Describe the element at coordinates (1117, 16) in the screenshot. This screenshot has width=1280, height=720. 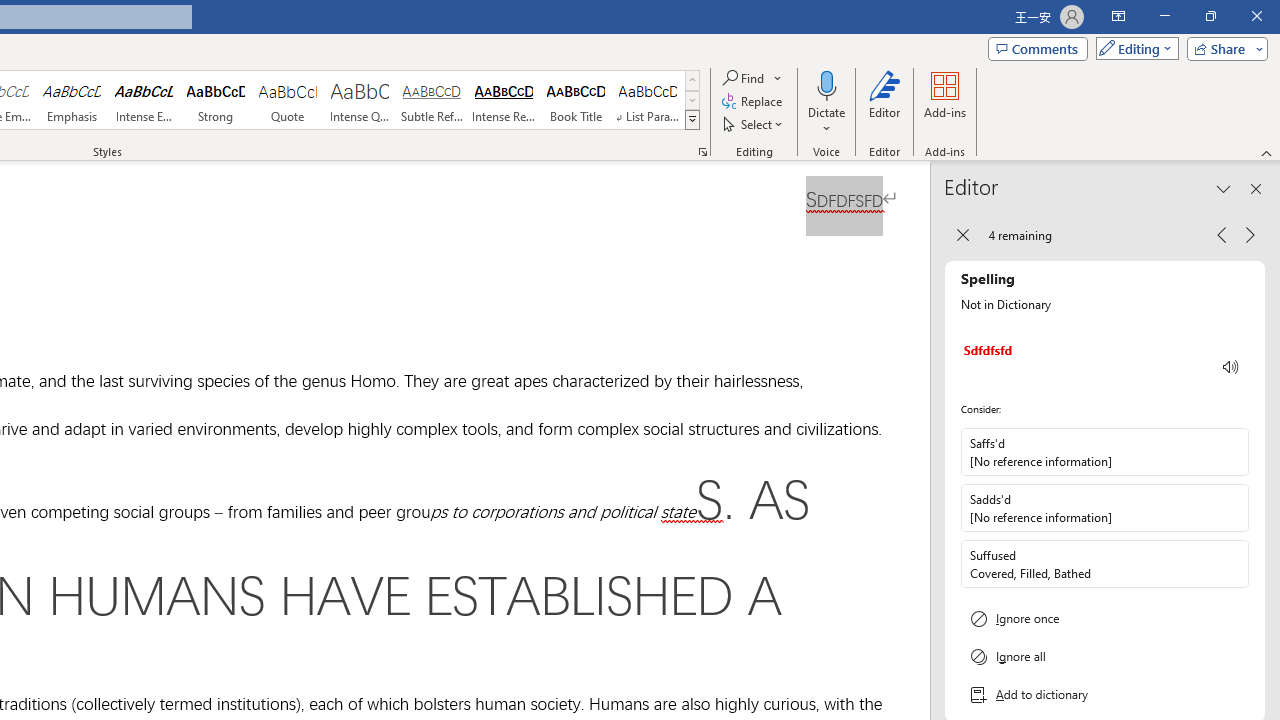
I see `'Ribbon Display Options'` at that location.